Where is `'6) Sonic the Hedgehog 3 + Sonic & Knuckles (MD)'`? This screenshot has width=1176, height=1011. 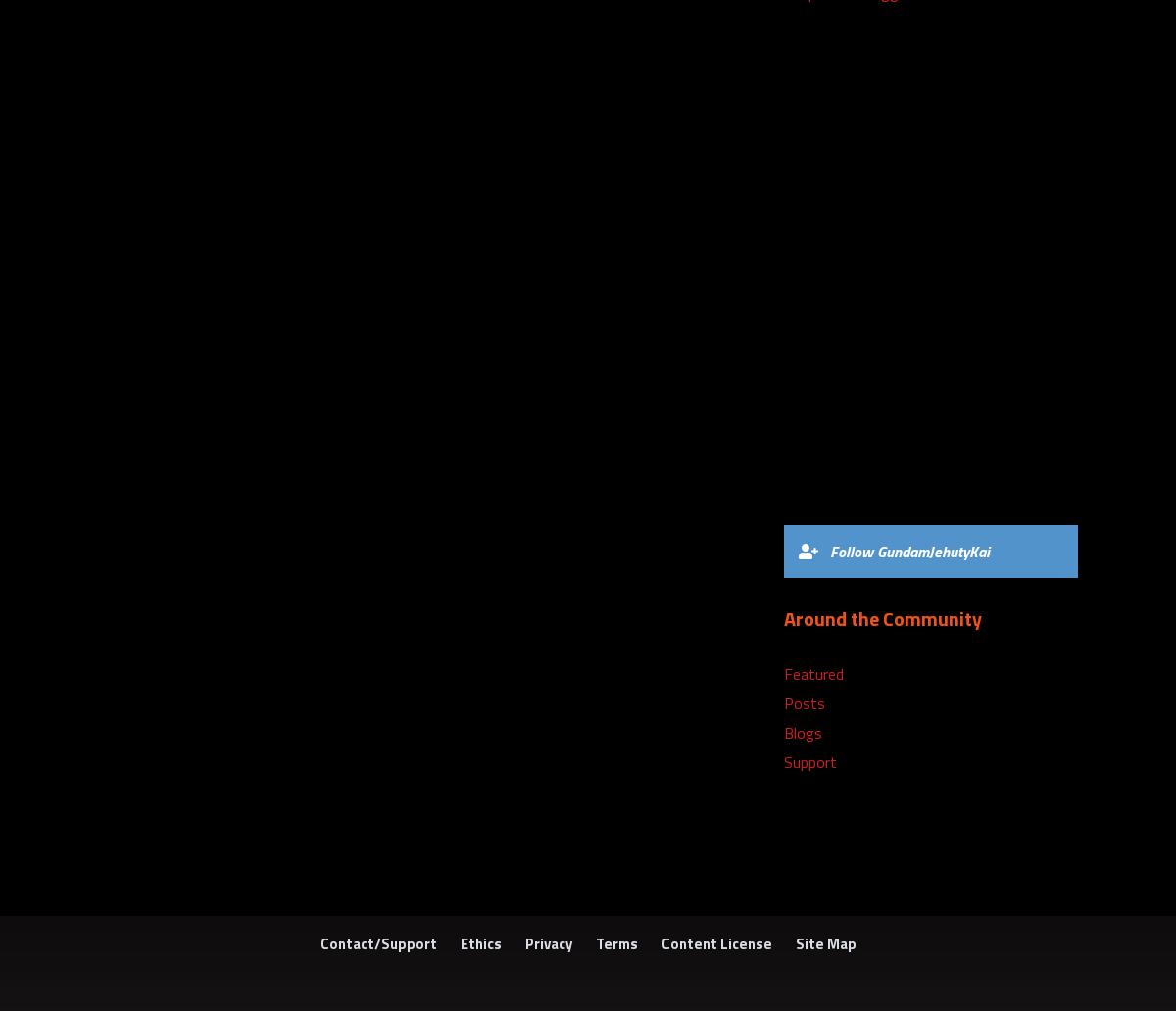 '6) Sonic the Hedgehog 3 + Sonic & Knuckles (MD)' is located at coordinates (910, 269).